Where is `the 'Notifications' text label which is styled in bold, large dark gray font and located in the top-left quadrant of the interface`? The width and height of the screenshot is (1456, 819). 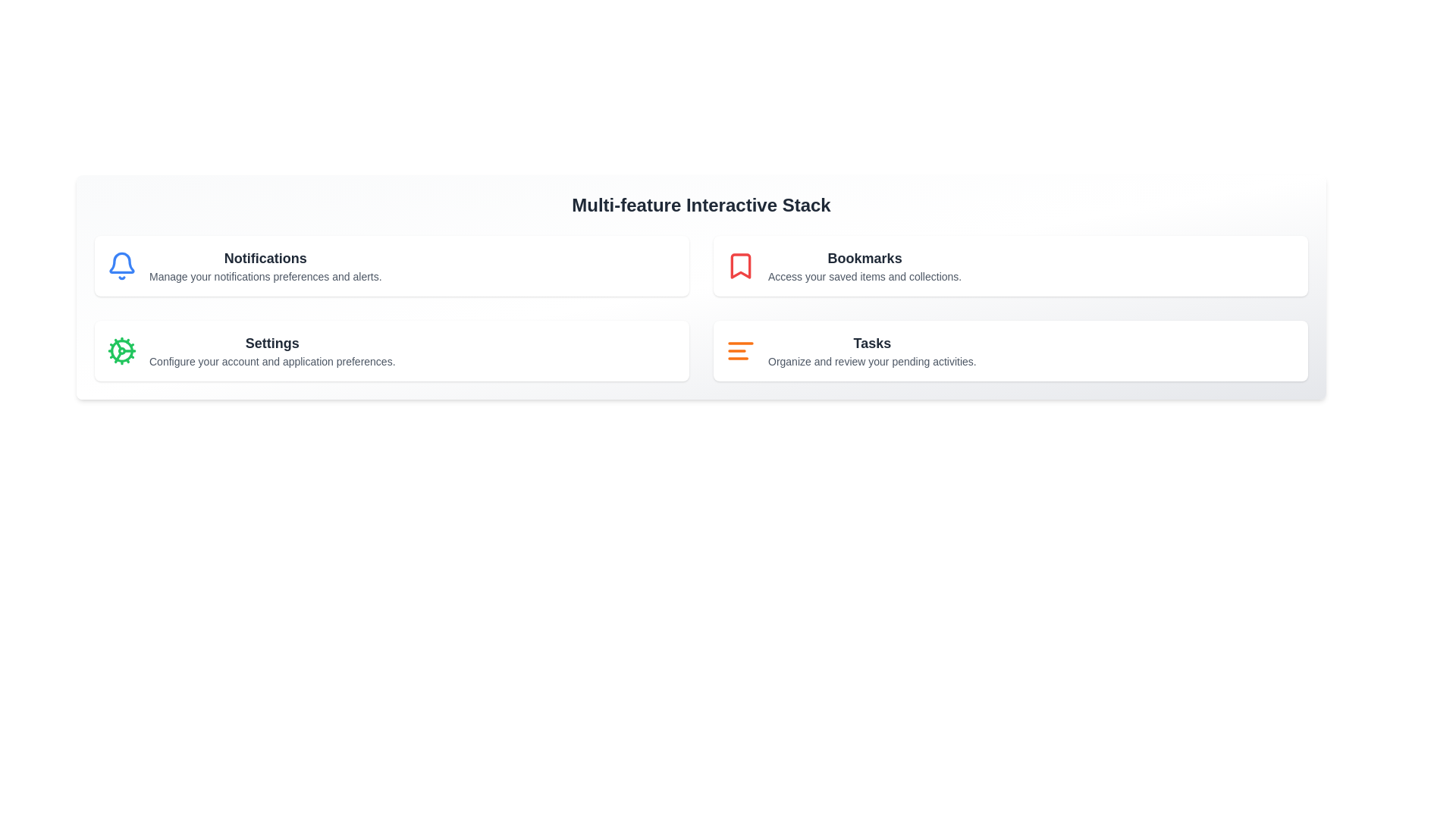
the 'Notifications' text label which is styled in bold, large dark gray font and located in the top-left quadrant of the interface is located at coordinates (265, 257).